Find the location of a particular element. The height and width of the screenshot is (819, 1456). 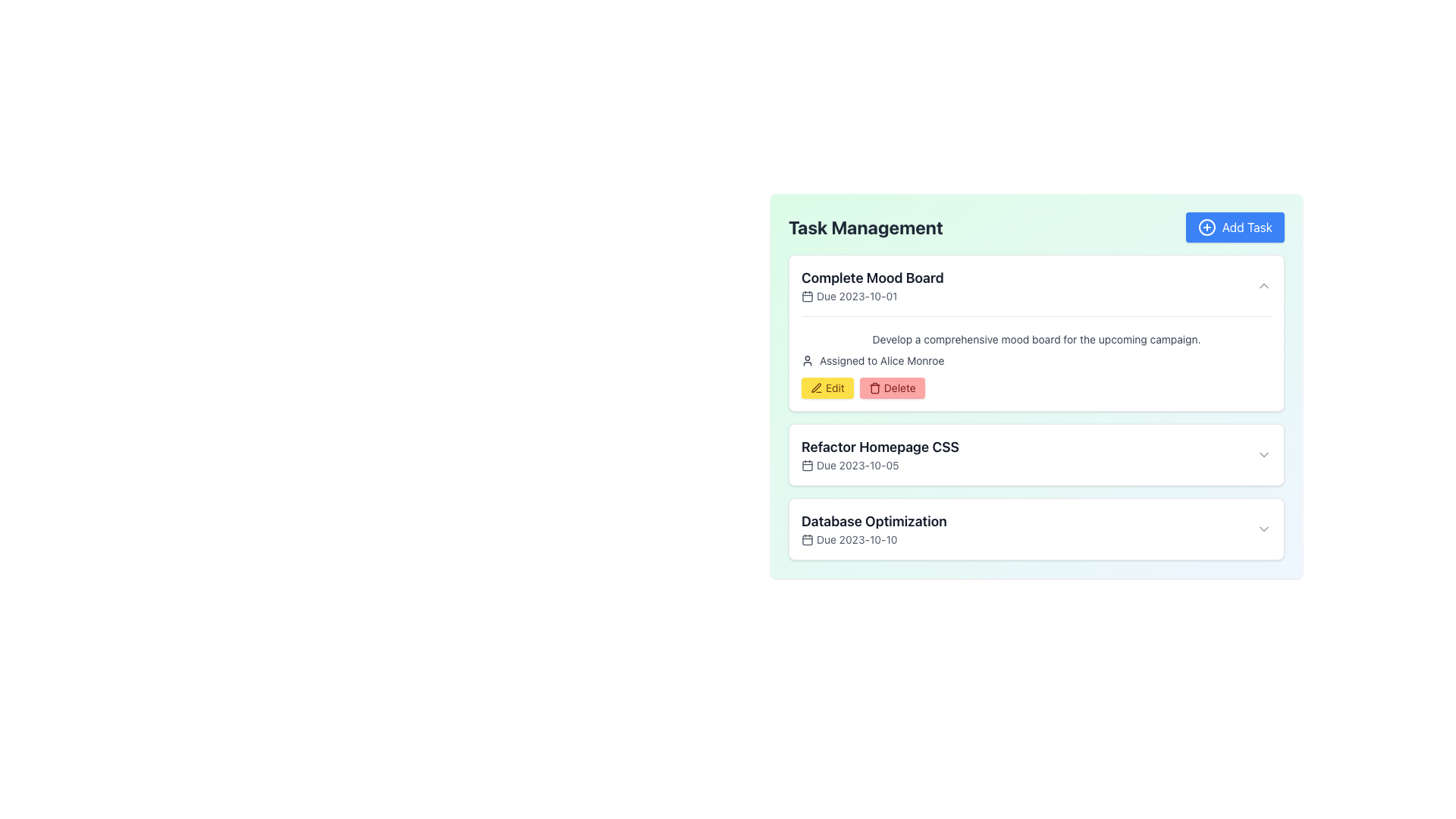

the trash bin icon located on the left side of the red 'Delete' button in the task card titled 'Complete Mood Board' is located at coordinates (874, 388).